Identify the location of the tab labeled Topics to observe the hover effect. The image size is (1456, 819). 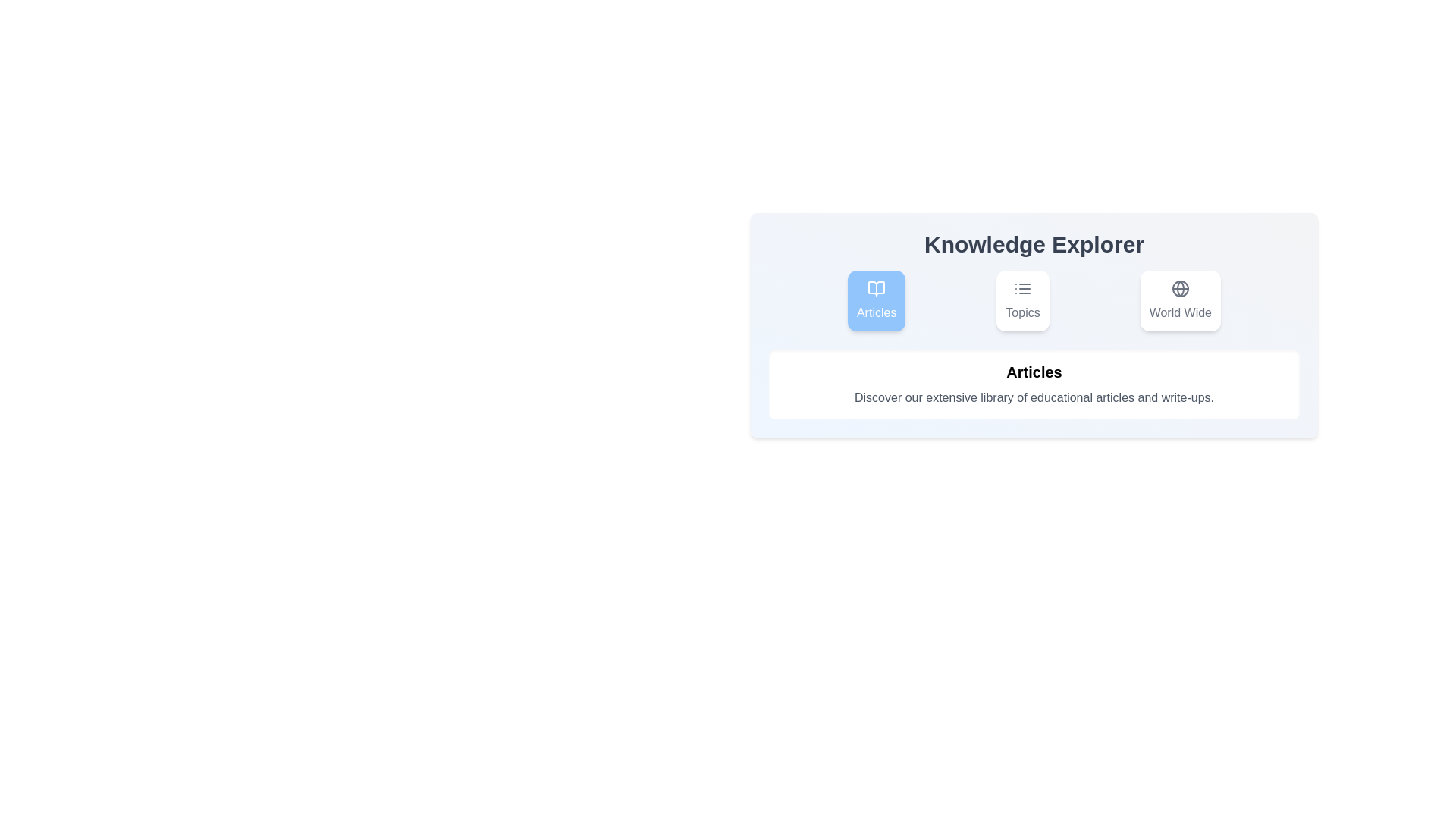
(1022, 301).